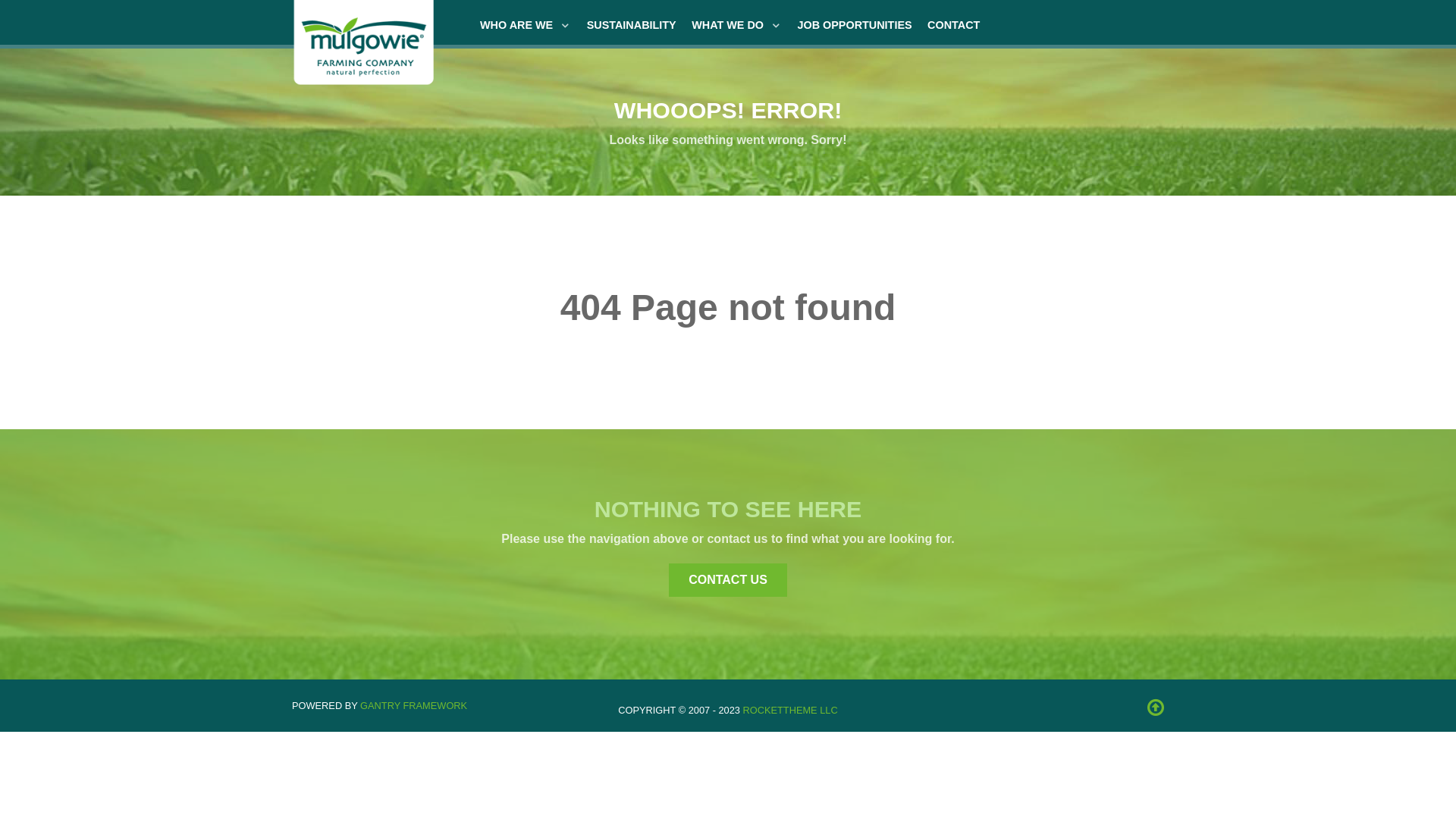  Describe the element at coordinates (742, 710) in the screenshot. I see `'ROCKETTHEME LLC'` at that location.